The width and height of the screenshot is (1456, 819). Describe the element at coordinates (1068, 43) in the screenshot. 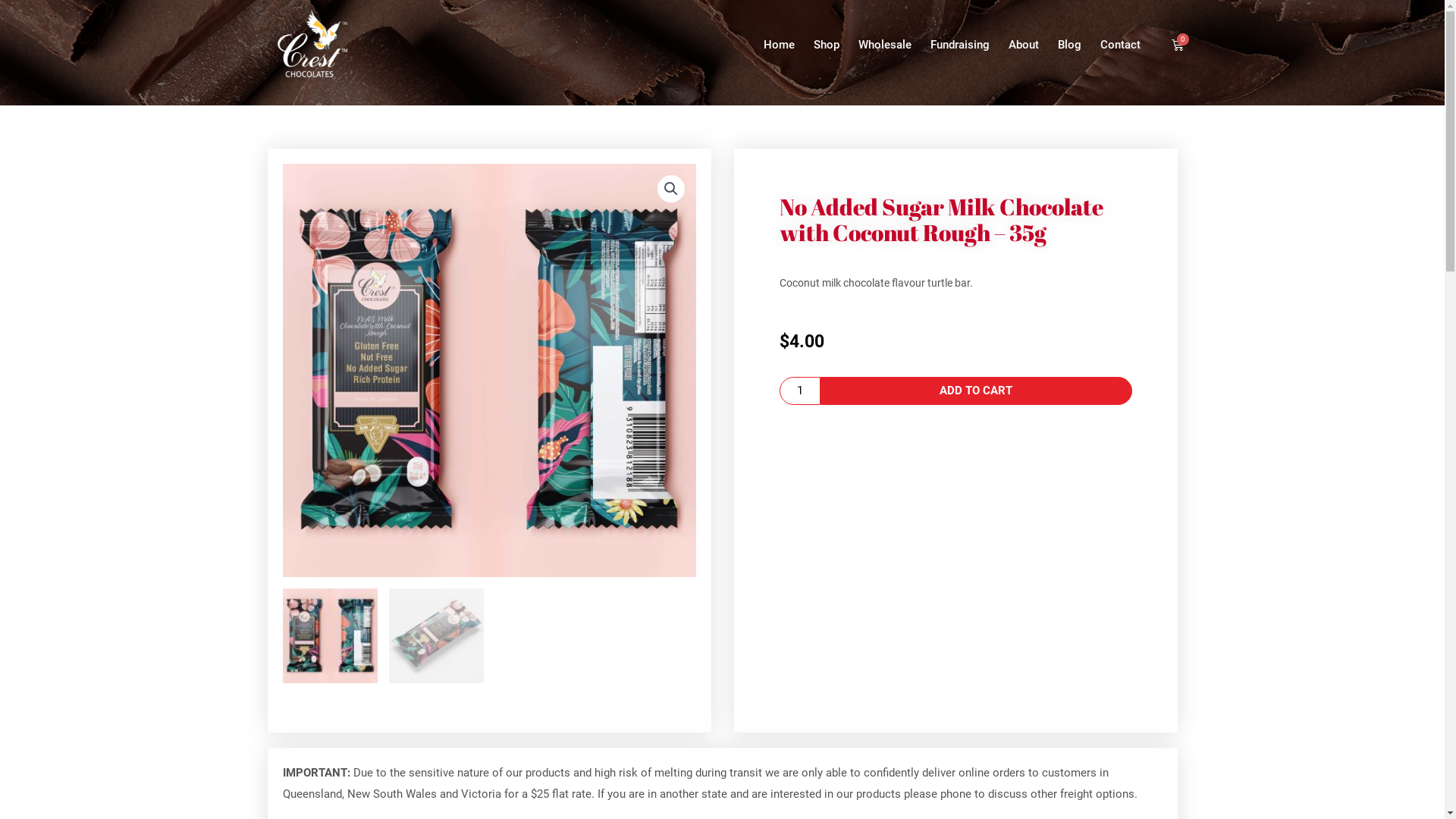

I see `'Blog'` at that location.